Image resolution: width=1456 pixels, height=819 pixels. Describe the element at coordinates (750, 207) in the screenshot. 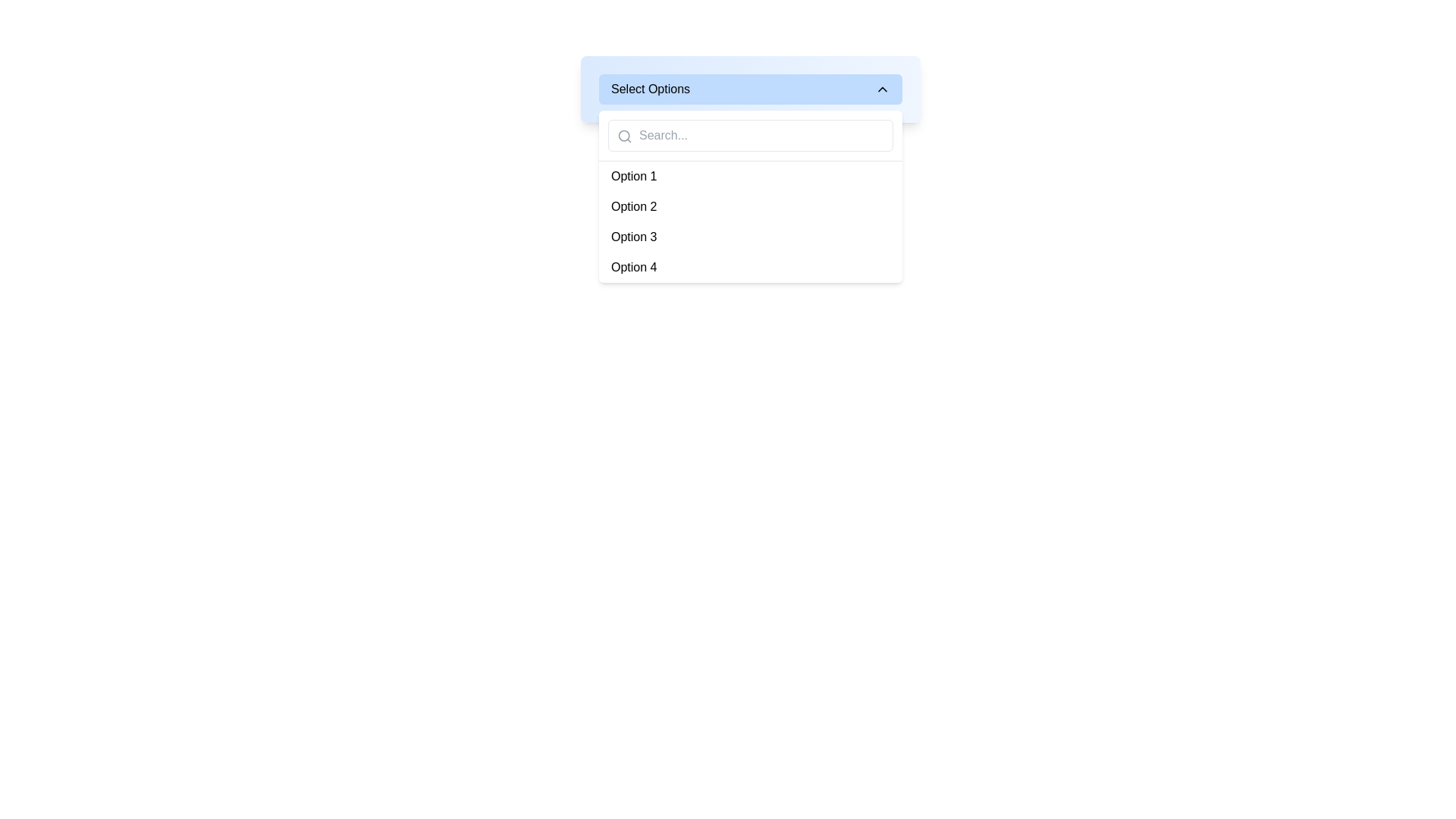

I see `the second item in the dropdown menu` at that location.